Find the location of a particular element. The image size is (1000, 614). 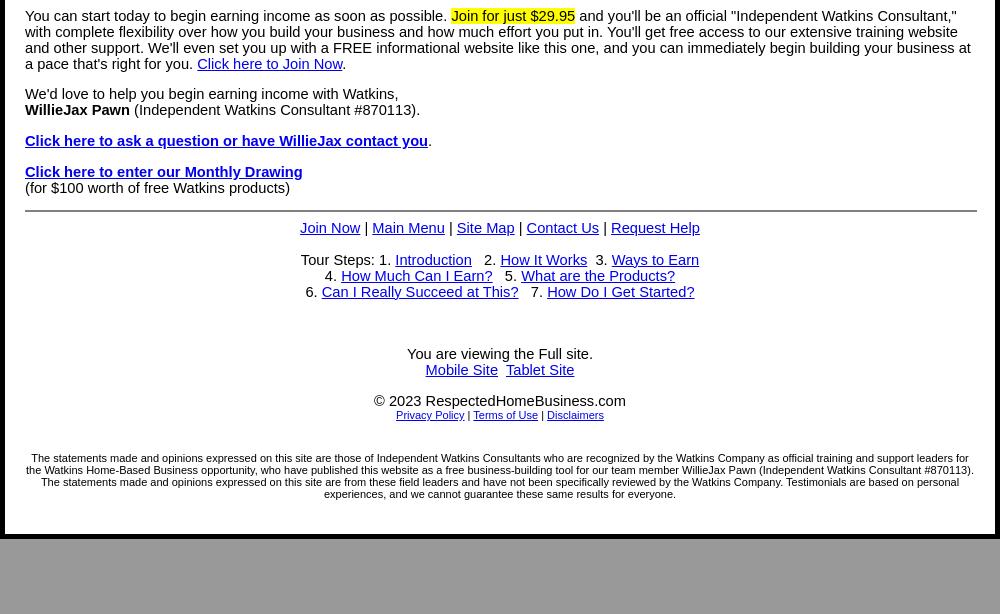

'2.' is located at coordinates (484, 257).